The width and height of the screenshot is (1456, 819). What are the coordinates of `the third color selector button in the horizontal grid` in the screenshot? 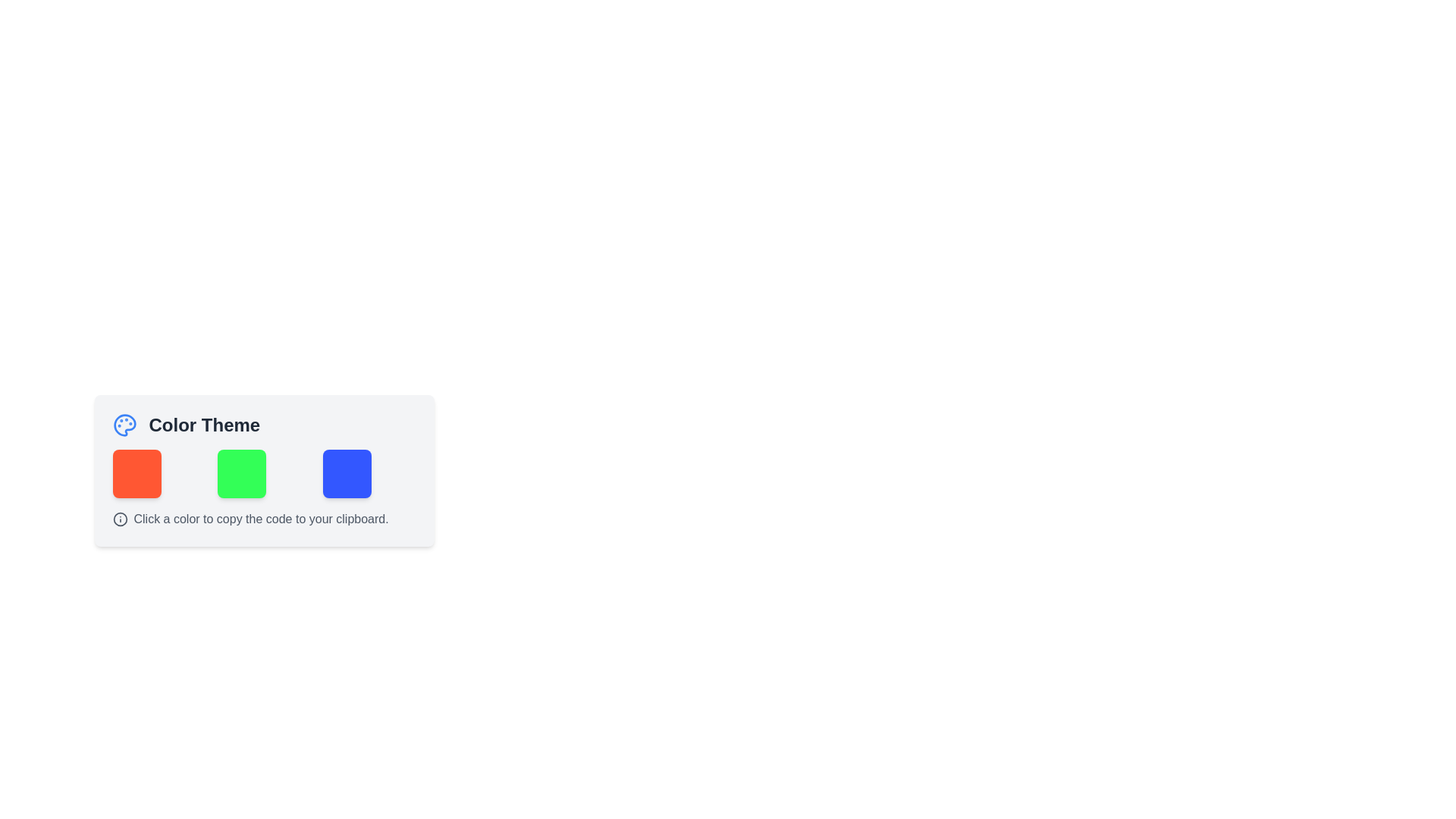 It's located at (346, 472).